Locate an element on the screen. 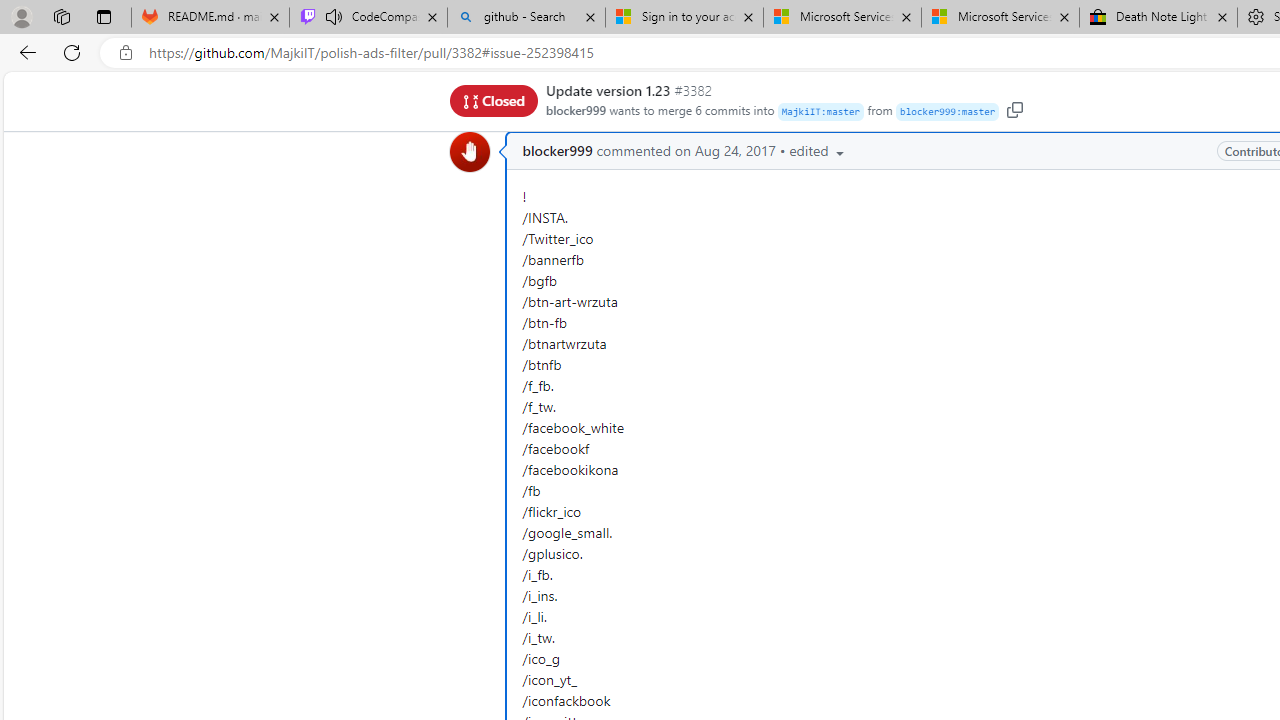  'blocker999' is located at coordinates (557, 150).